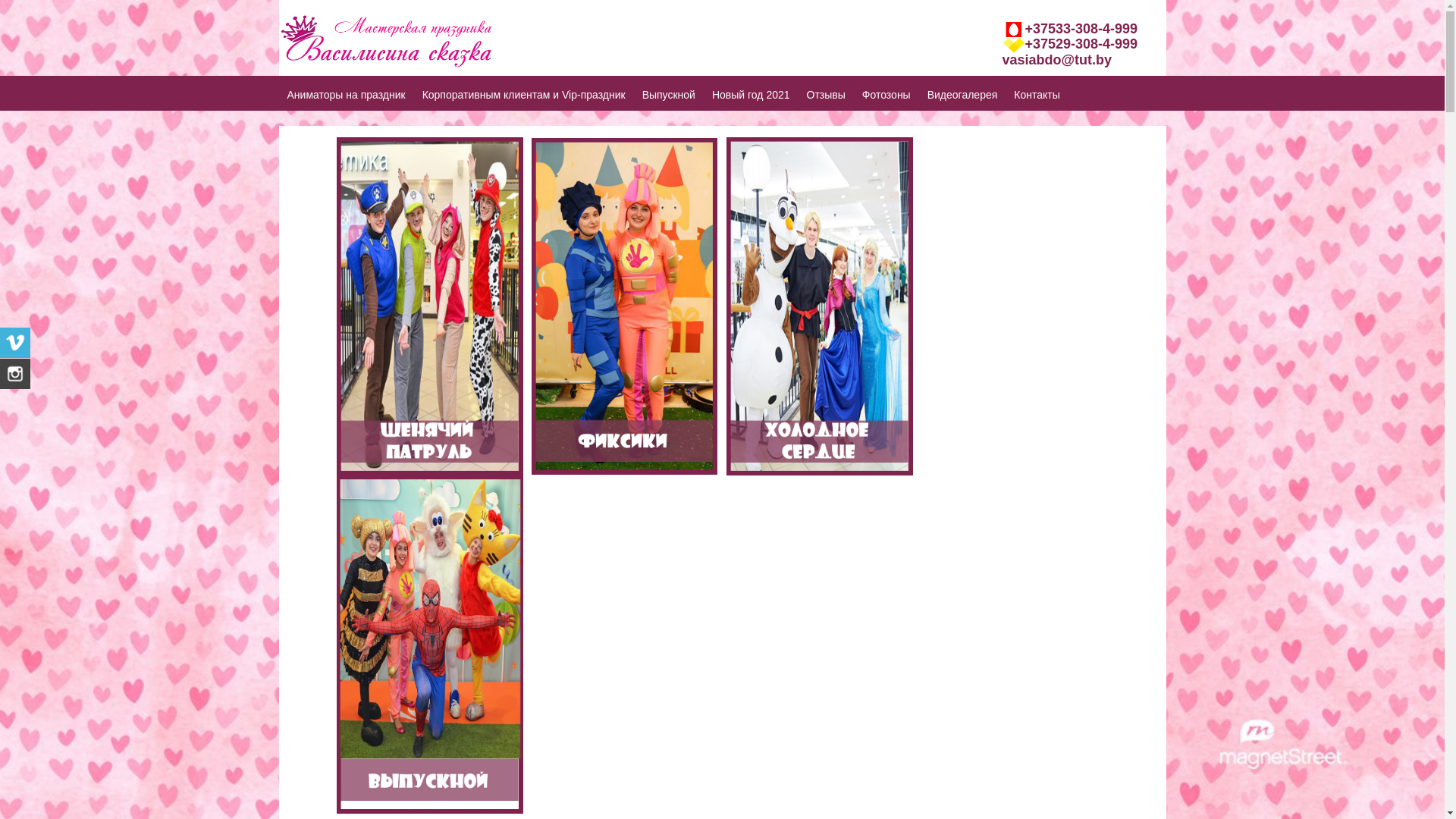  Describe the element at coordinates (0, 342) in the screenshot. I see `'vimeo'` at that location.